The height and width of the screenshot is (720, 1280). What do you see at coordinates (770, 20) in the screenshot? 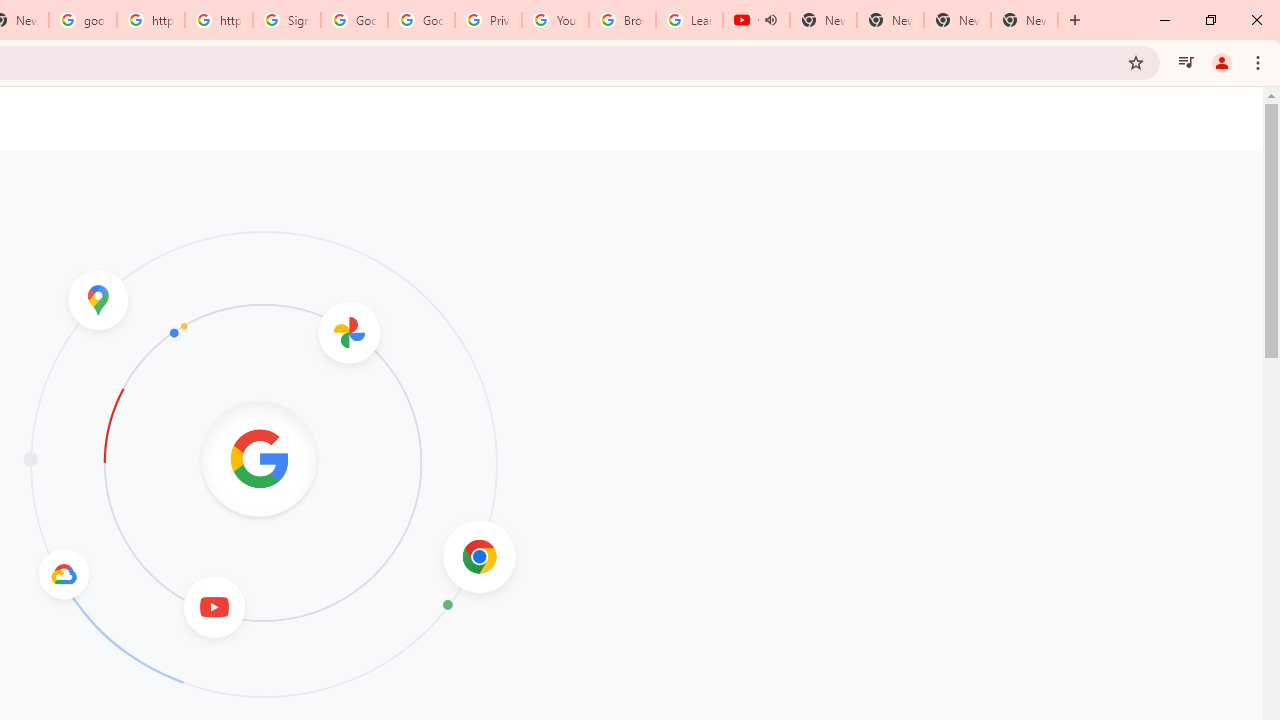
I see `'Mute tab'` at bounding box center [770, 20].